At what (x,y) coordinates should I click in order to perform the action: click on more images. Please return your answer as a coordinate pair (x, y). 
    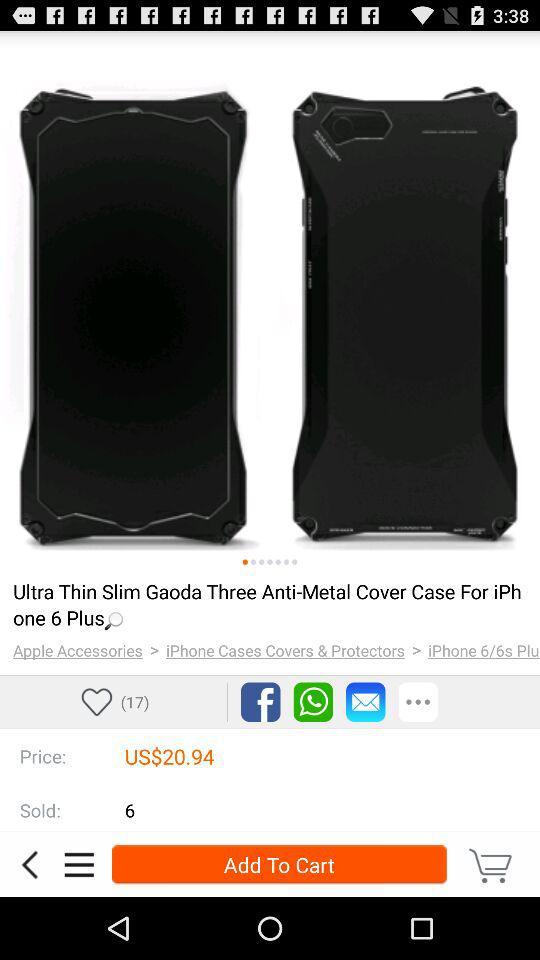
    Looking at the image, I should click on (261, 562).